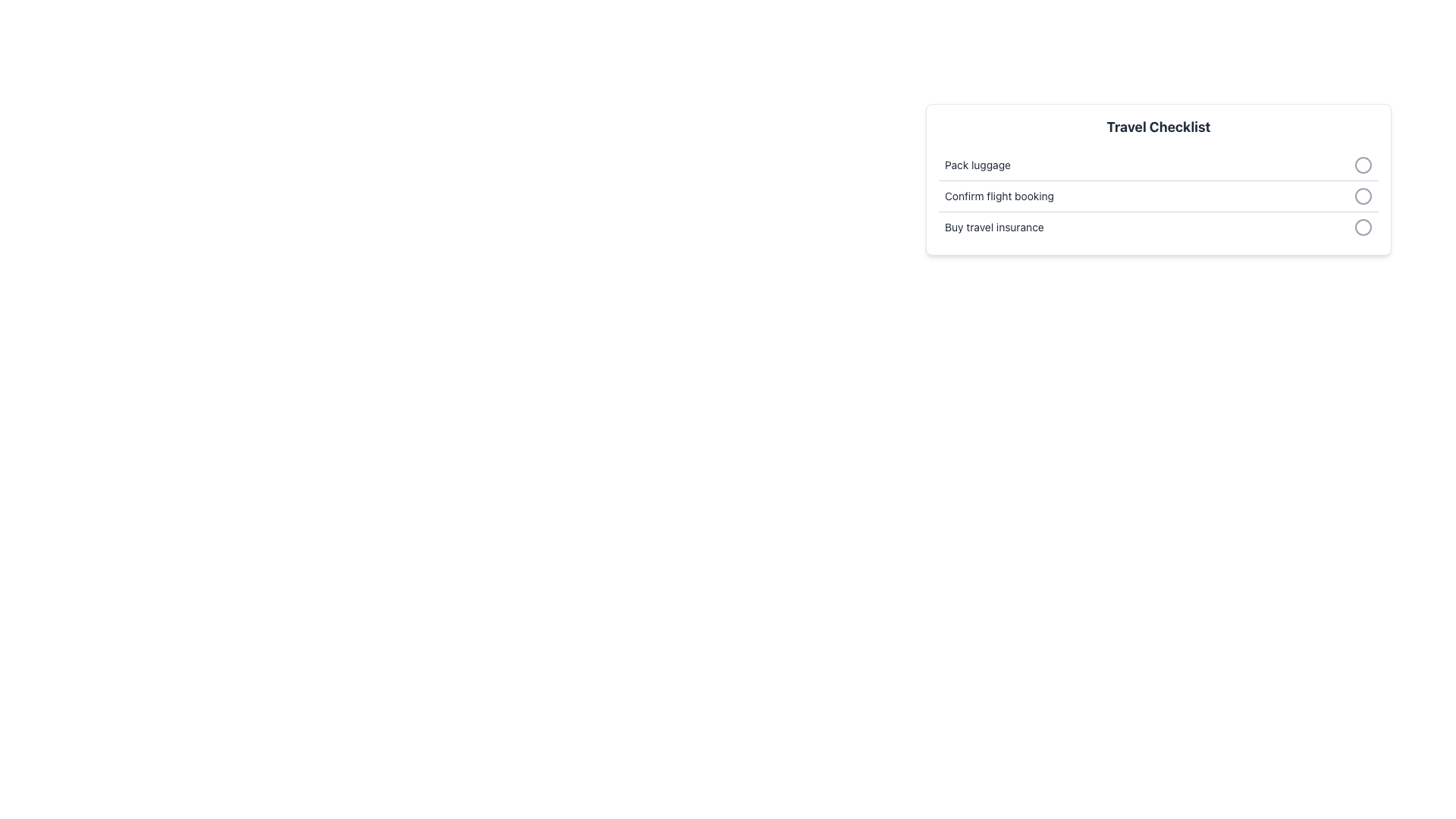 The width and height of the screenshot is (1456, 819). Describe the element at coordinates (994, 227) in the screenshot. I see `the informational text label located on the left side of the third row in the 'Travel Checklist' section of the checklist interface` at that location.